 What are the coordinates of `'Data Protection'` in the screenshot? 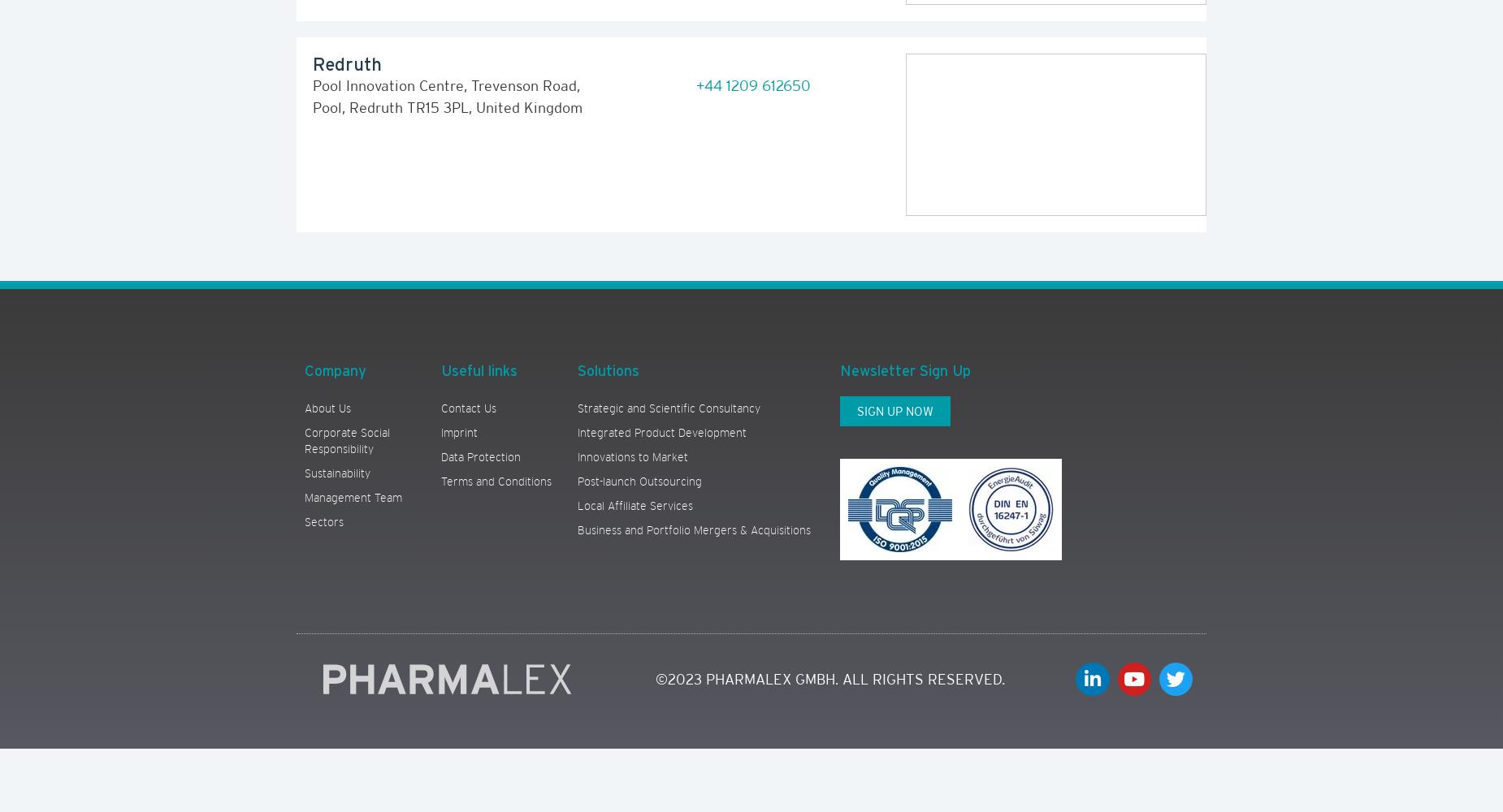 It's located at (440, 456).